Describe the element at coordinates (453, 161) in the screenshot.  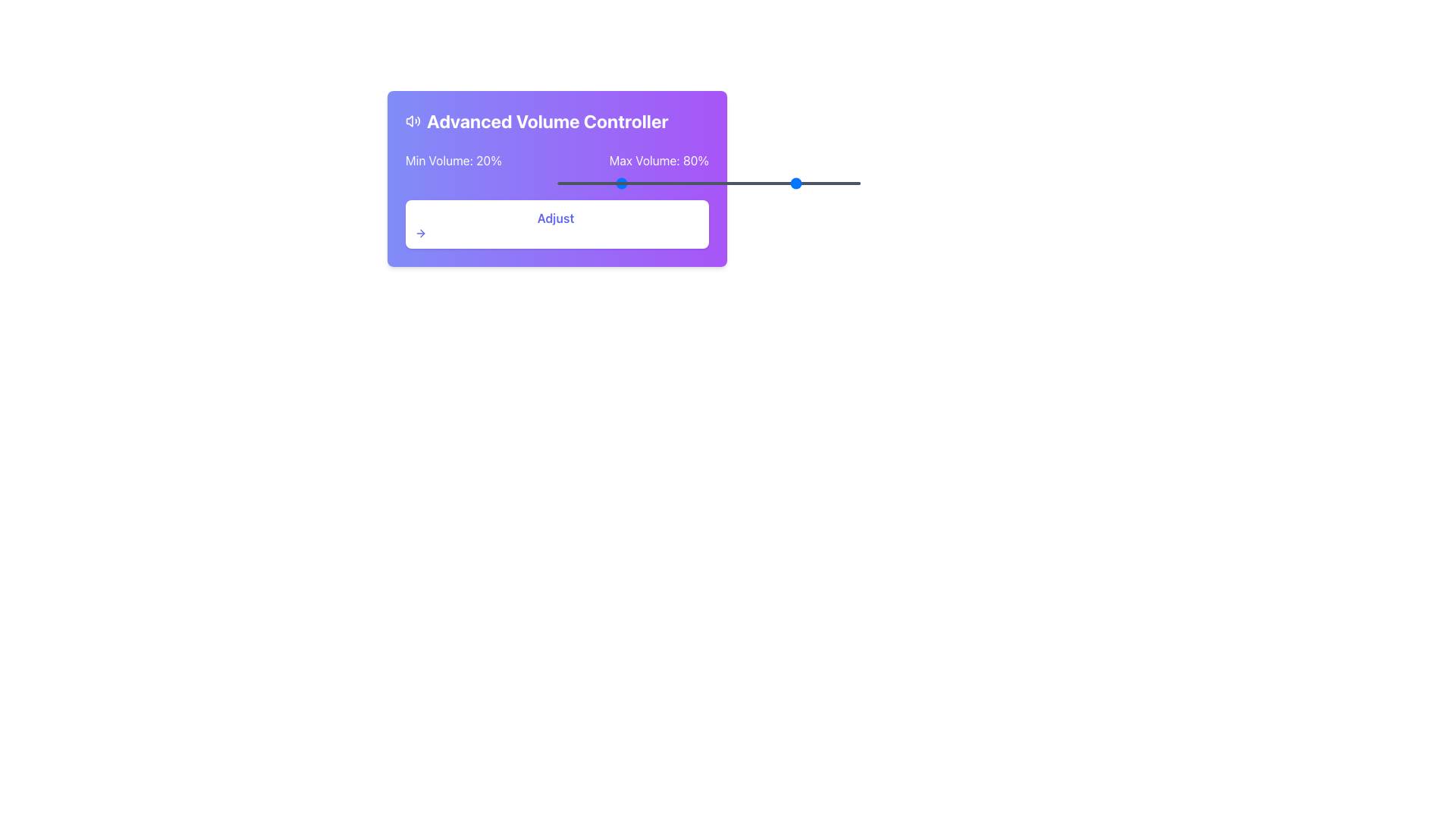
I see `the Text Label displaying 'Min Volume: 20%' that indicates the minimum volume level within the 'Advanced Volume Controller' section` at that location.